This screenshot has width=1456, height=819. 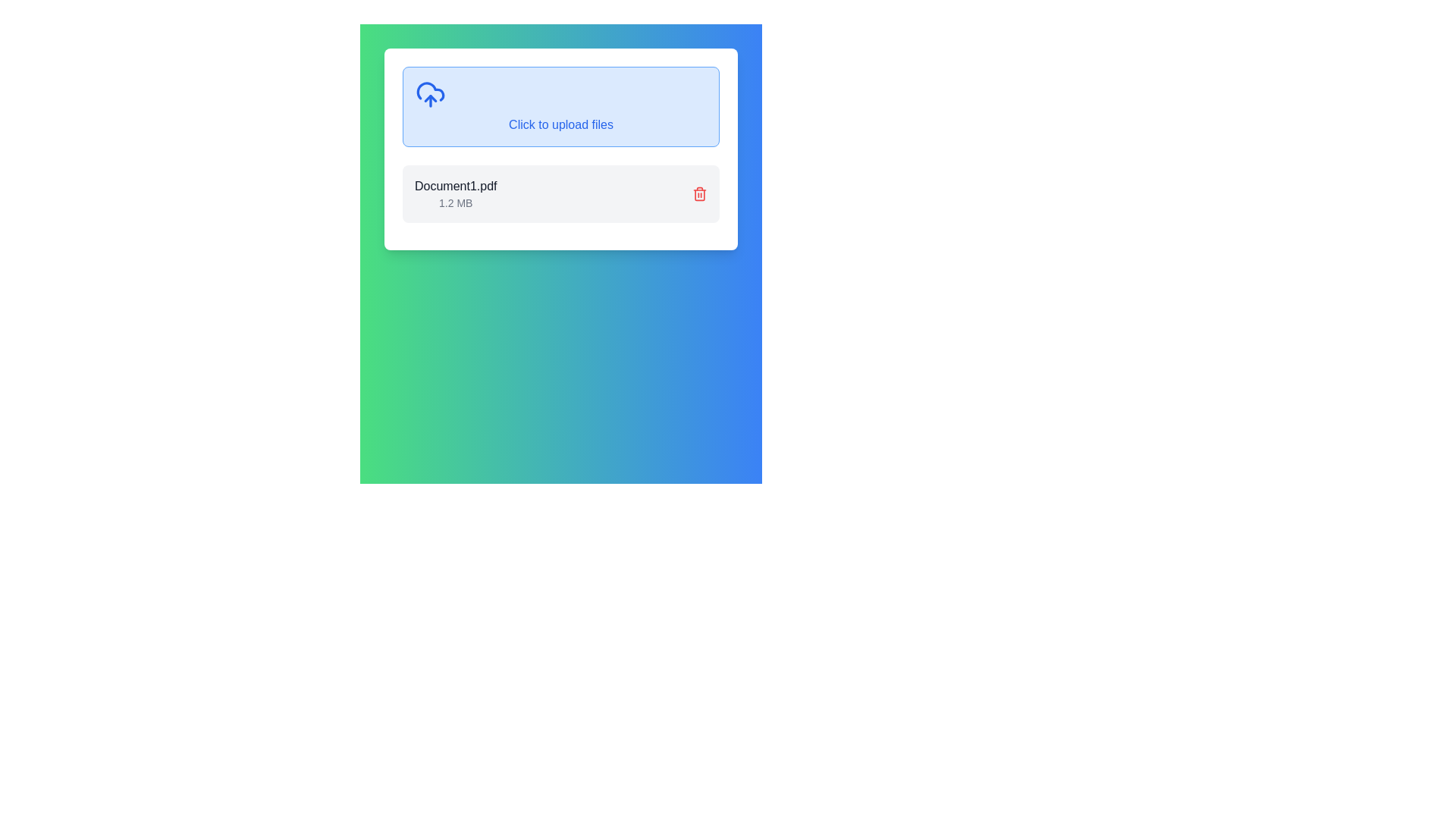 I want to click on the trash can icon located at the far-right end next to the text 'Document1.pdf', so click(x=698, y=193).